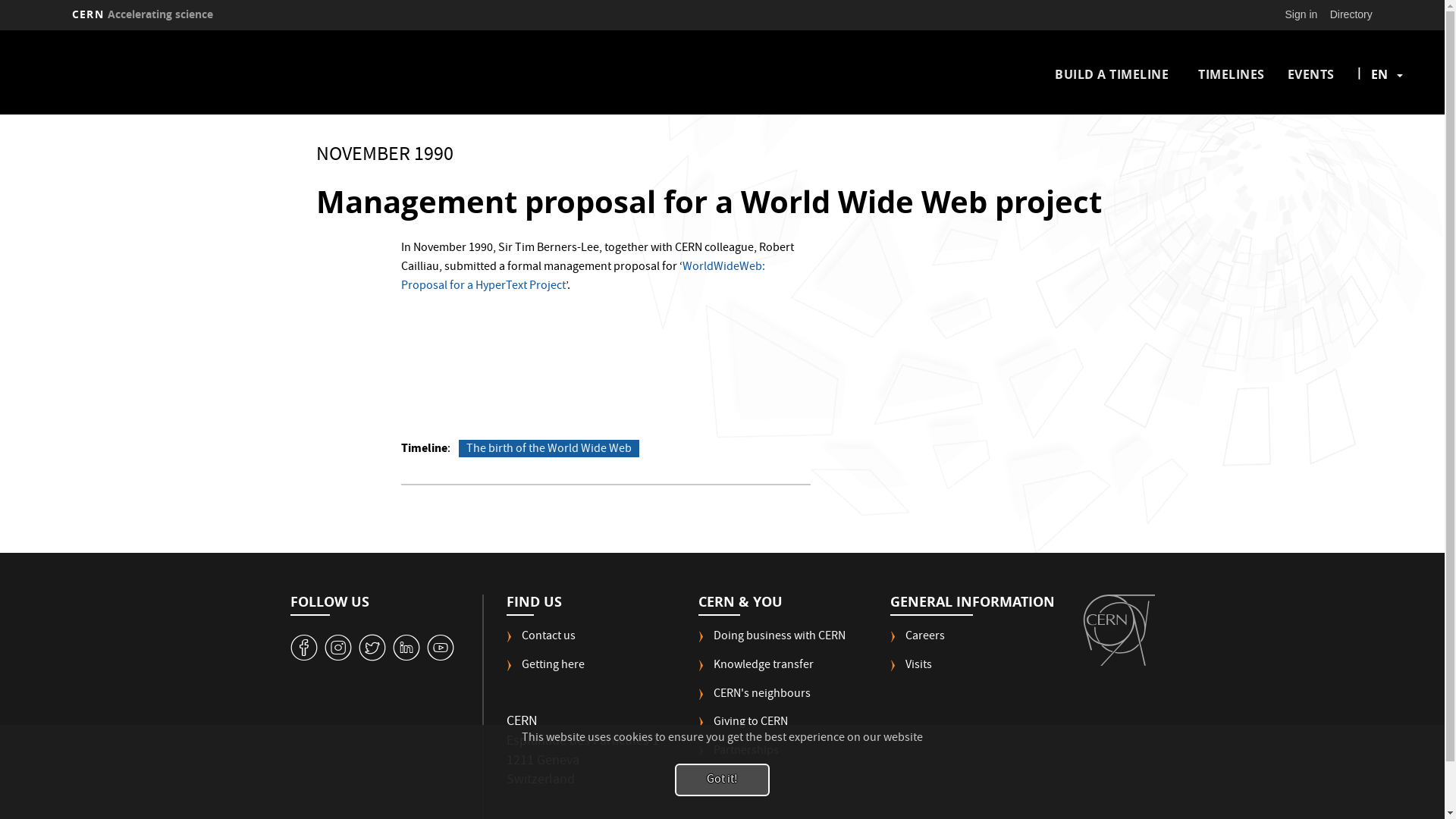  I want to click on 'WorldWideWeb: Proposal for a HyperText Project', so click(582, 277).